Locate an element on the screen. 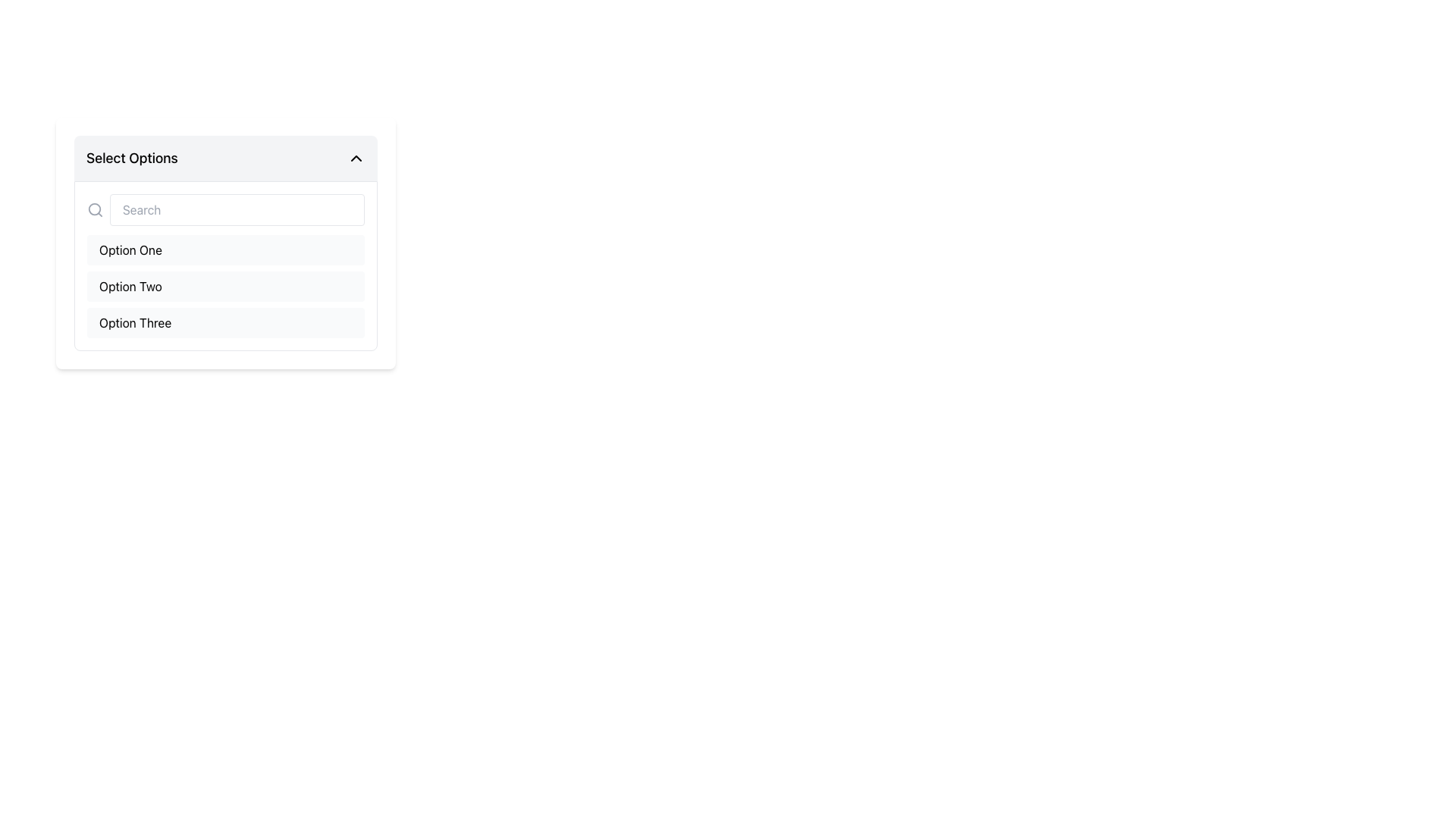 The image size is (1456, 819). the third list item labeled 'Option Three' in the dropdown menu is located at coordinates (224, 322).